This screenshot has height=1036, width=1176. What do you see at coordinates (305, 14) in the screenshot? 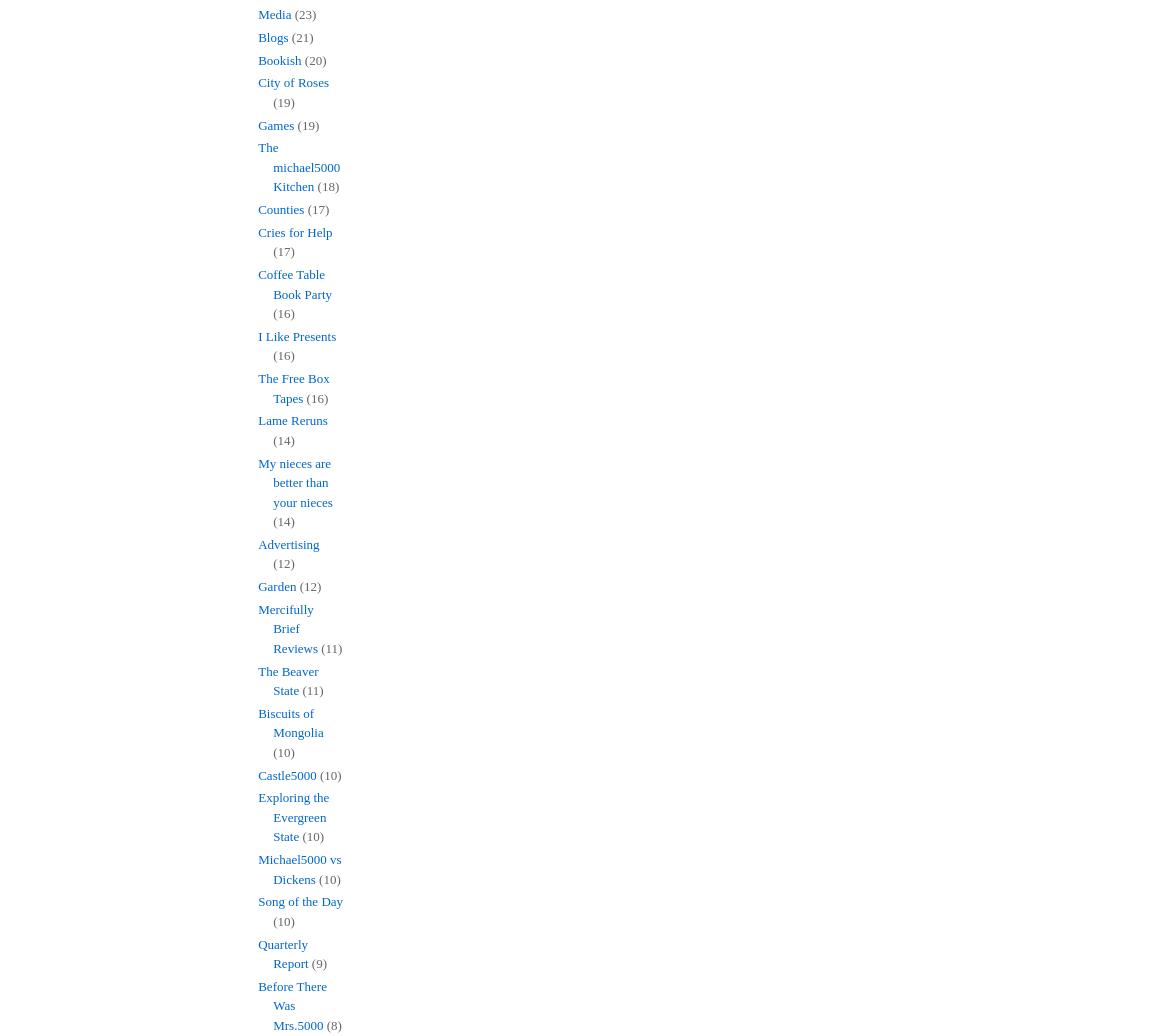
I see `'(23)'` at bounding box center [305, 14].